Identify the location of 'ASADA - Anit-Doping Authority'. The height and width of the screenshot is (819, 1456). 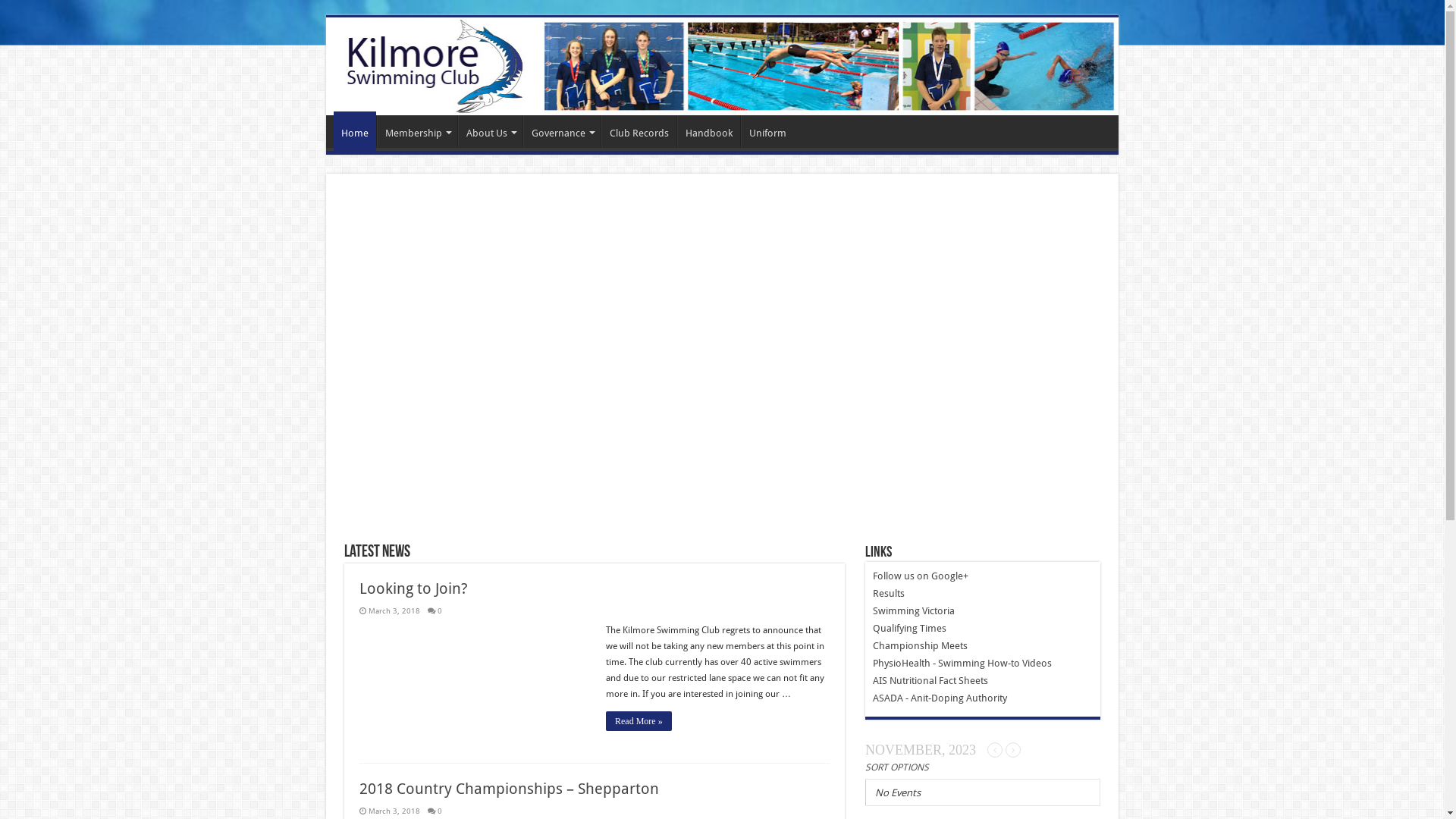
(939, 697).